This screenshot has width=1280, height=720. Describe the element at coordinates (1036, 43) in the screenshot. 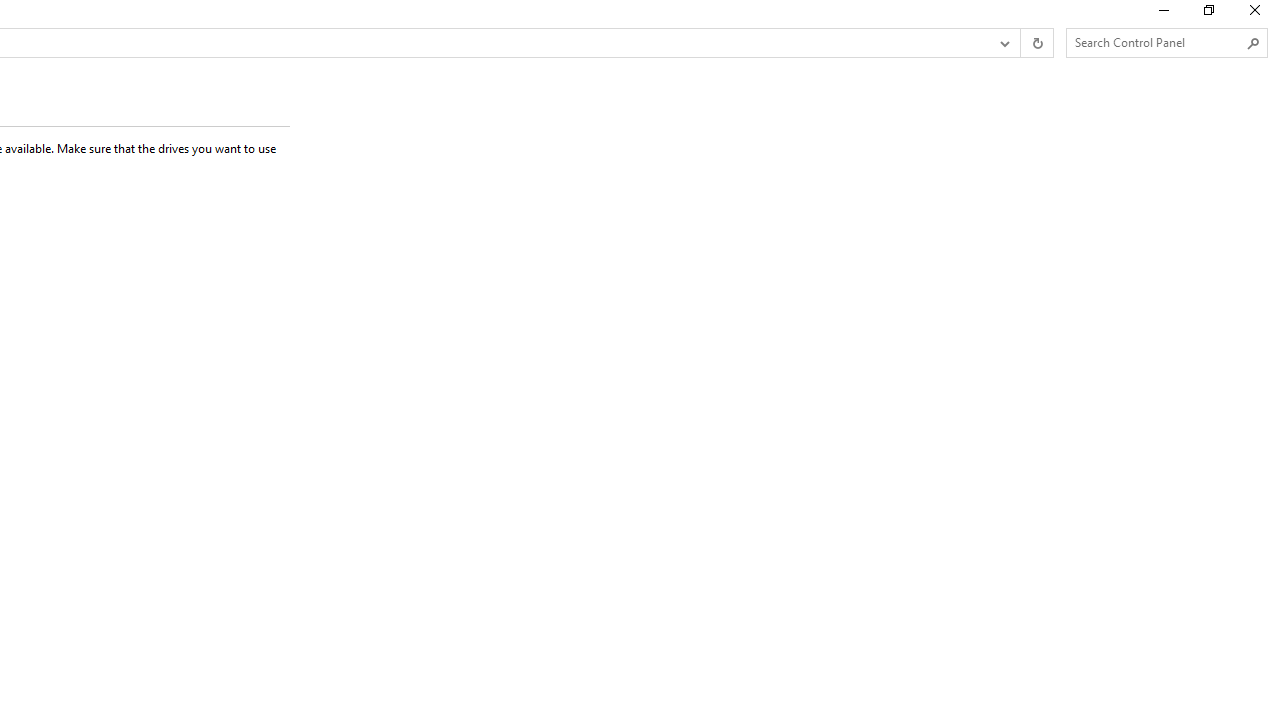

I see `'Refresh "Create a storage pool" (F5)'` at that location.